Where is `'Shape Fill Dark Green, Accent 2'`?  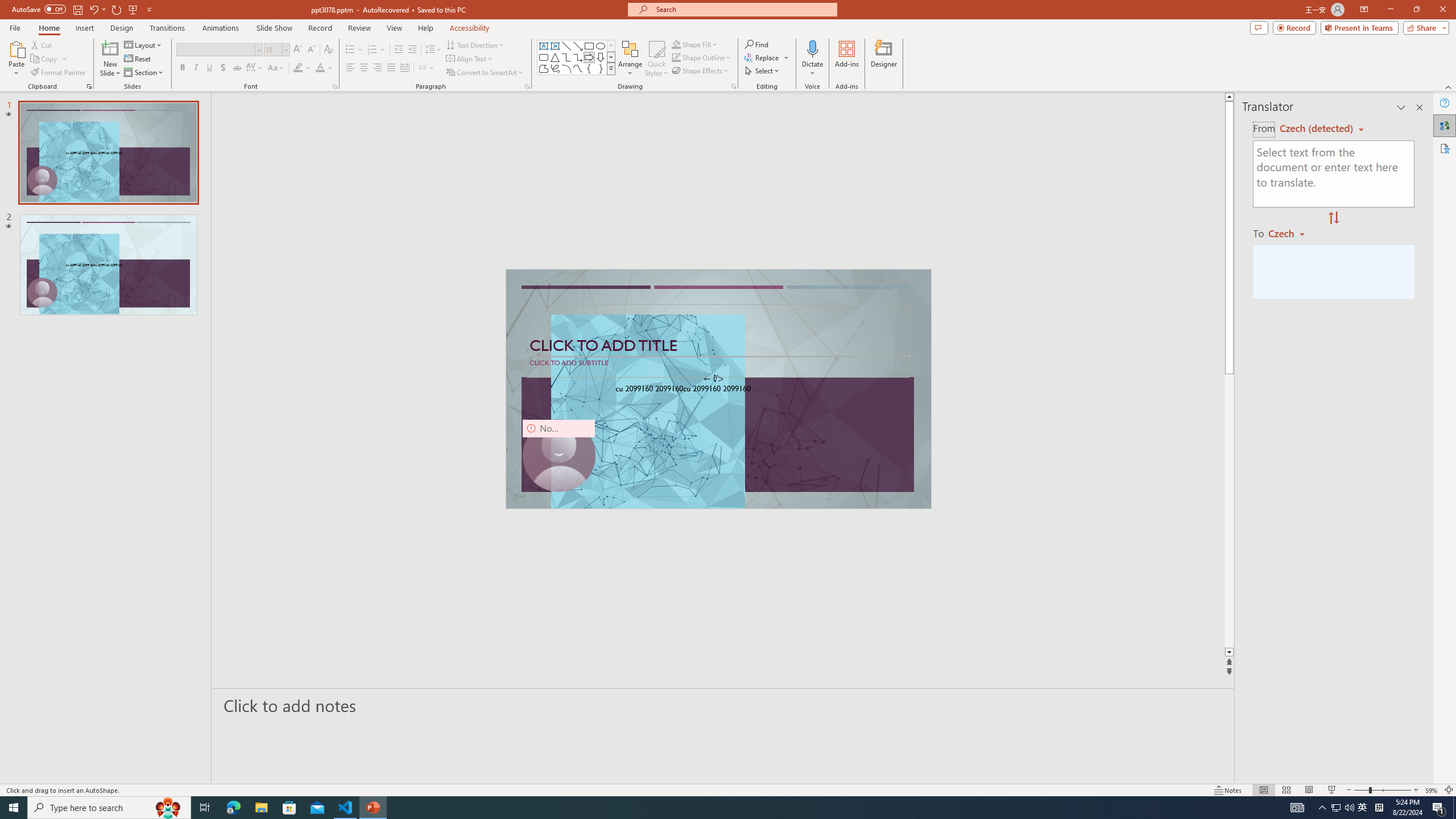
'Shape Fill Dark Green, Accent 2' is located at coordinates (676, 44).